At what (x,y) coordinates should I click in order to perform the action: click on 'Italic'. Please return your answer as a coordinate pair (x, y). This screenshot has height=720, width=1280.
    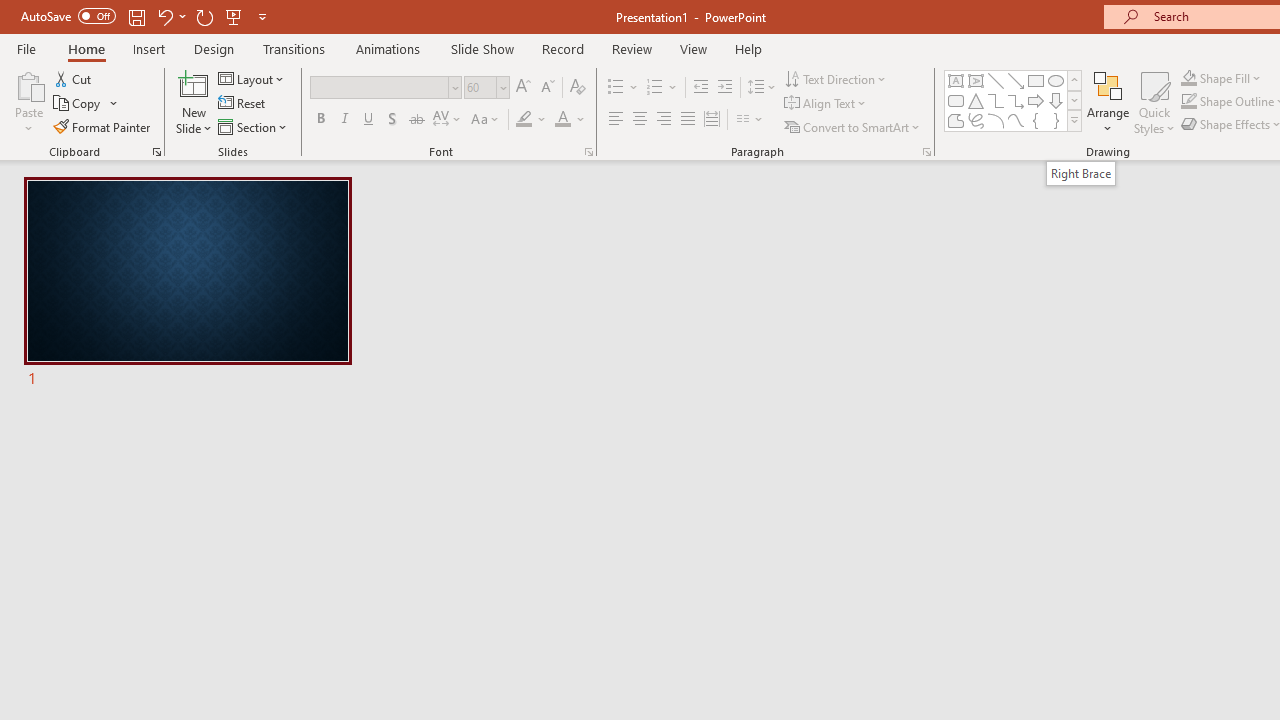
    Looking at the image, I should click on (344, 119).